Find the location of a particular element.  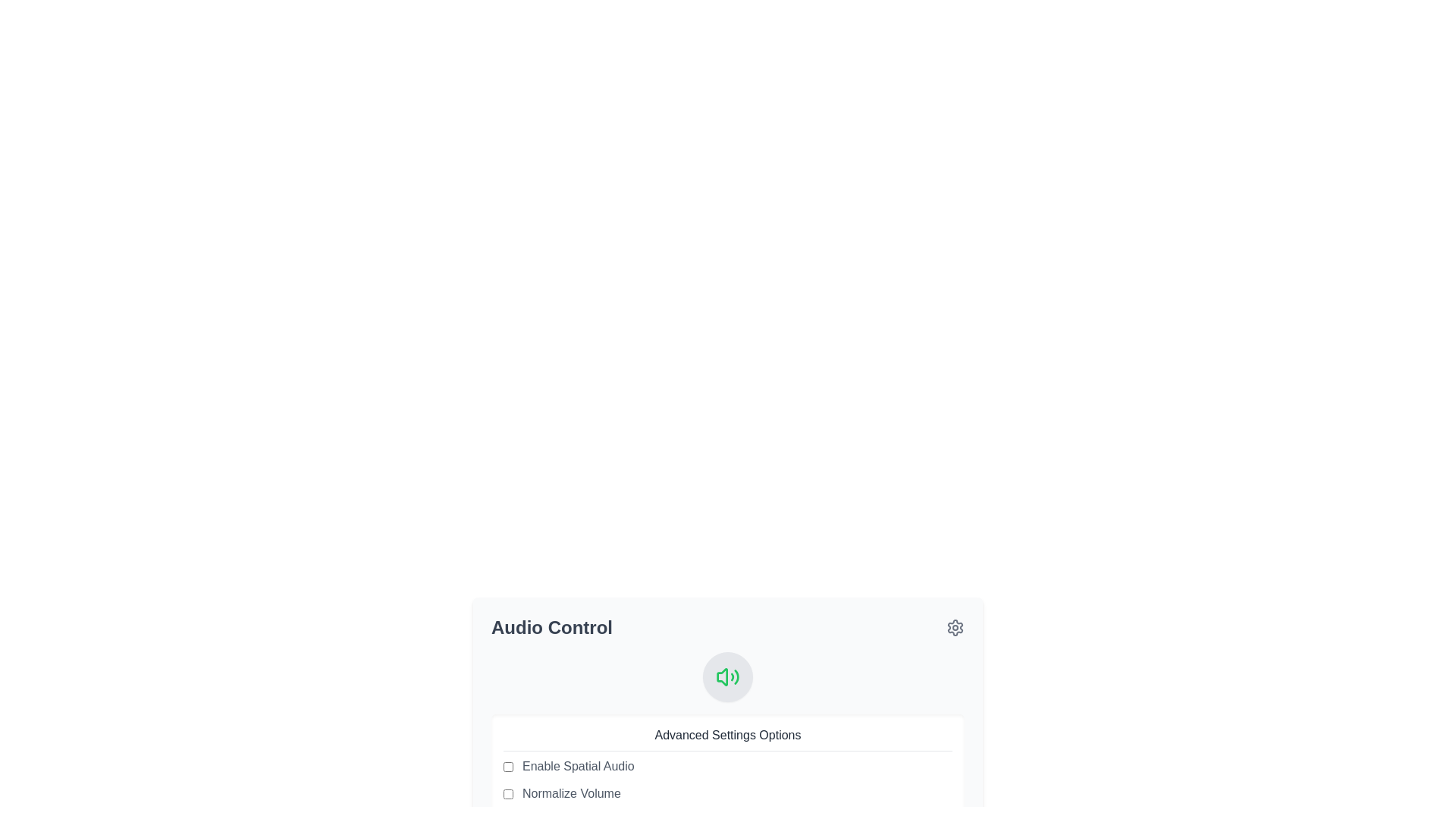

the Settings icon located is located at coordinates (954, 628).